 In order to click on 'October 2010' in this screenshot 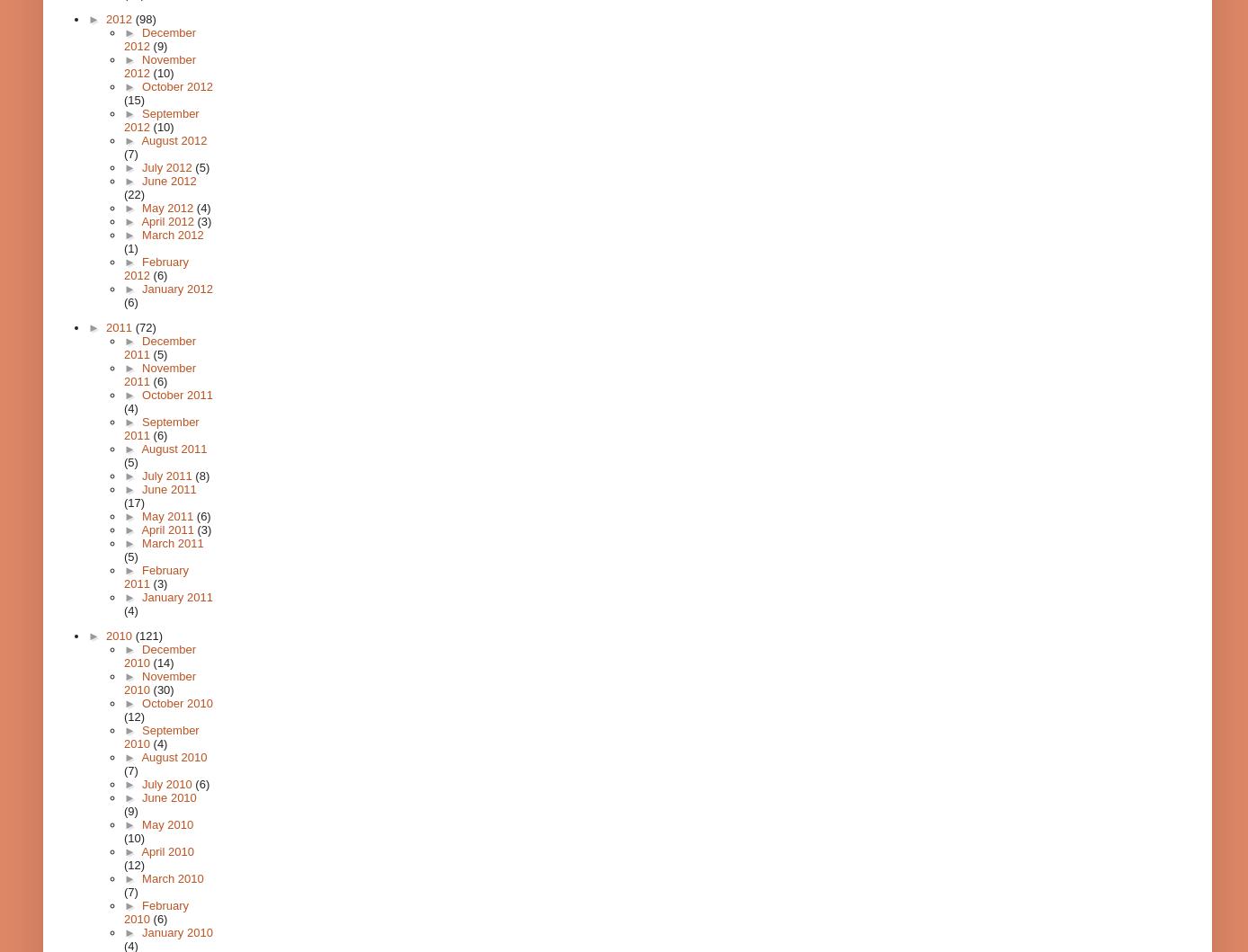, I will do `click(175, 702)`.